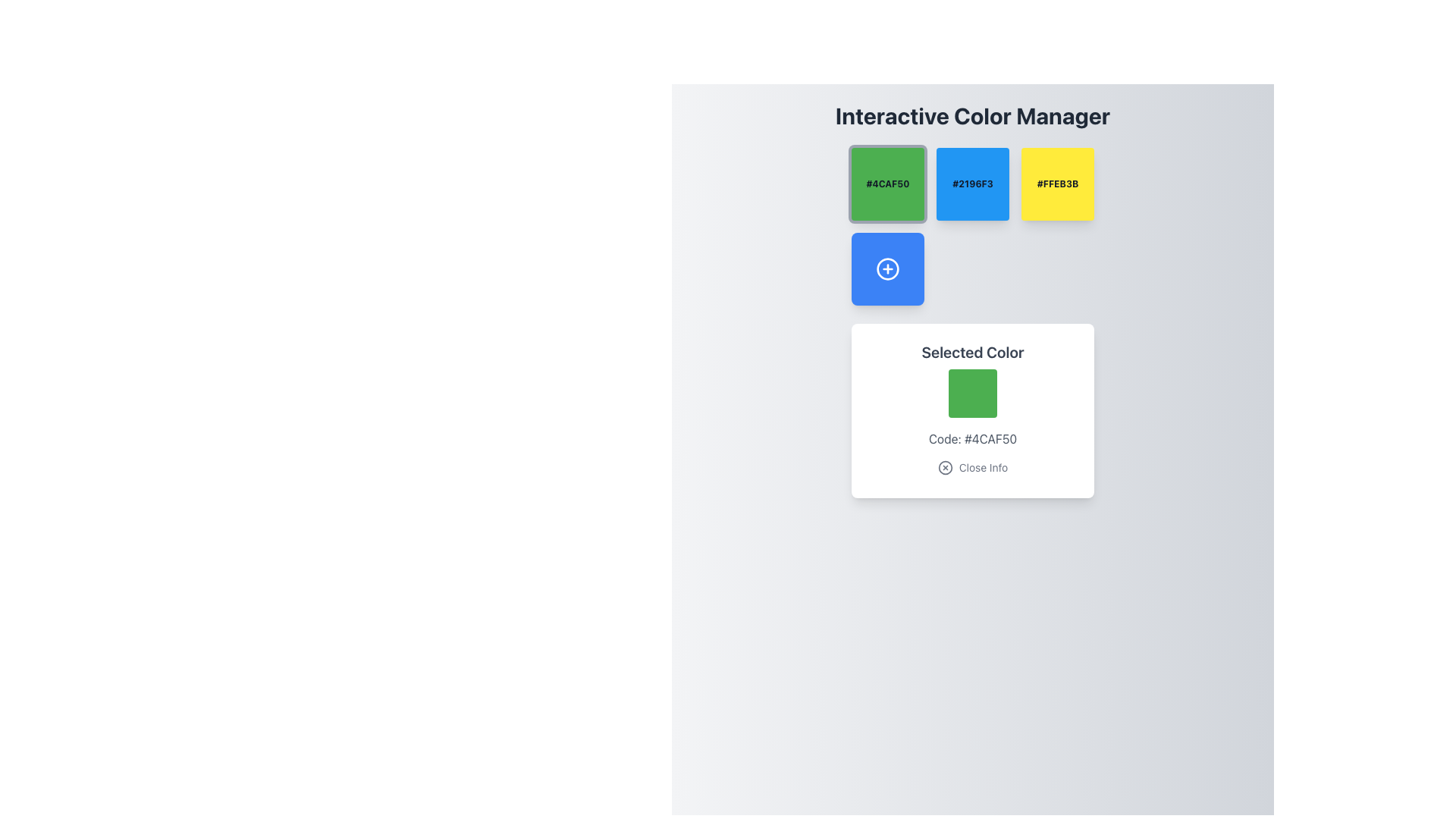 This screenshot has width=1456, height=819. What do you see at coordinates (888, 184) in the screenshot?
I see `text displayed in the text label '#4CAF50' located in the first row, first column of the grid layout in the 'Interactive Color Manager' interface, which is centered in a green rectangular box` at bounding box center [888, 184].